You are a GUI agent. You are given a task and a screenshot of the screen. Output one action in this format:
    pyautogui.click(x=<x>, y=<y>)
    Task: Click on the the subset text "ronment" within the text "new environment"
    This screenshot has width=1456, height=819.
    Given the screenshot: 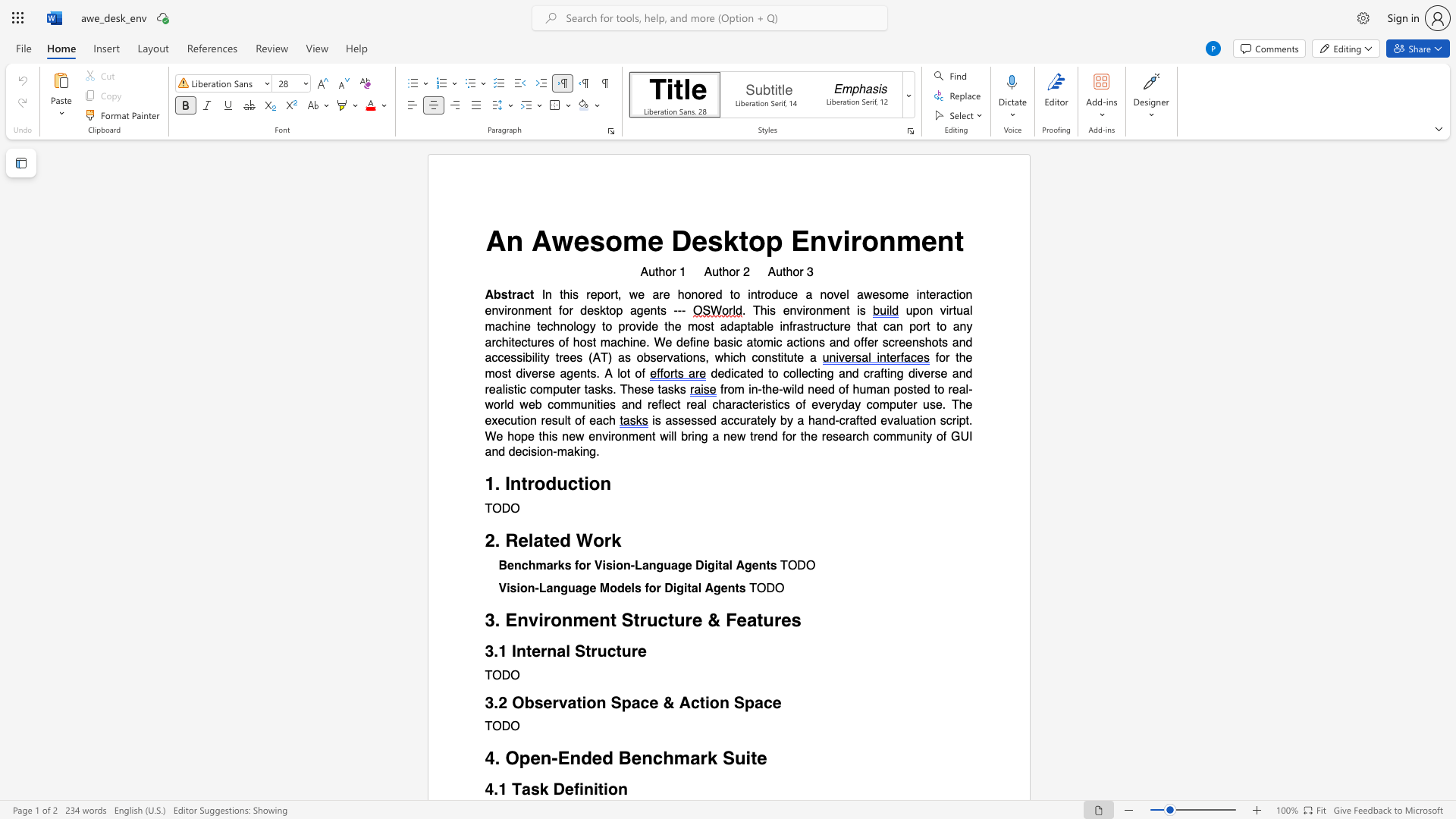 What is the action you would take?
    pyautogui.click(x=610, y=436)
    